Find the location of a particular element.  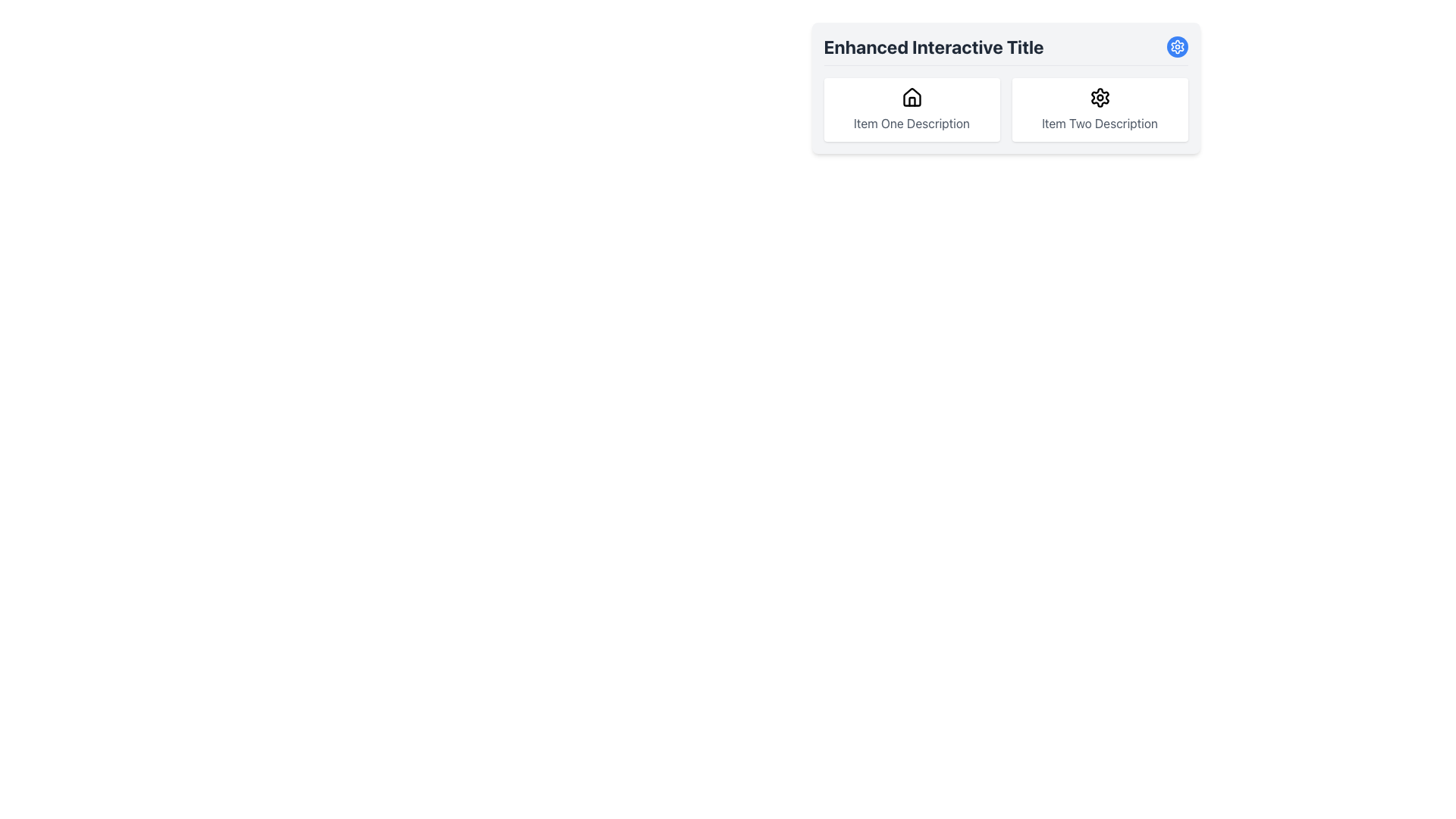

the icon button located on the far right side of the top bar within the 'Enhanced Interactive Title' card is located at coordinates (1100, 97).